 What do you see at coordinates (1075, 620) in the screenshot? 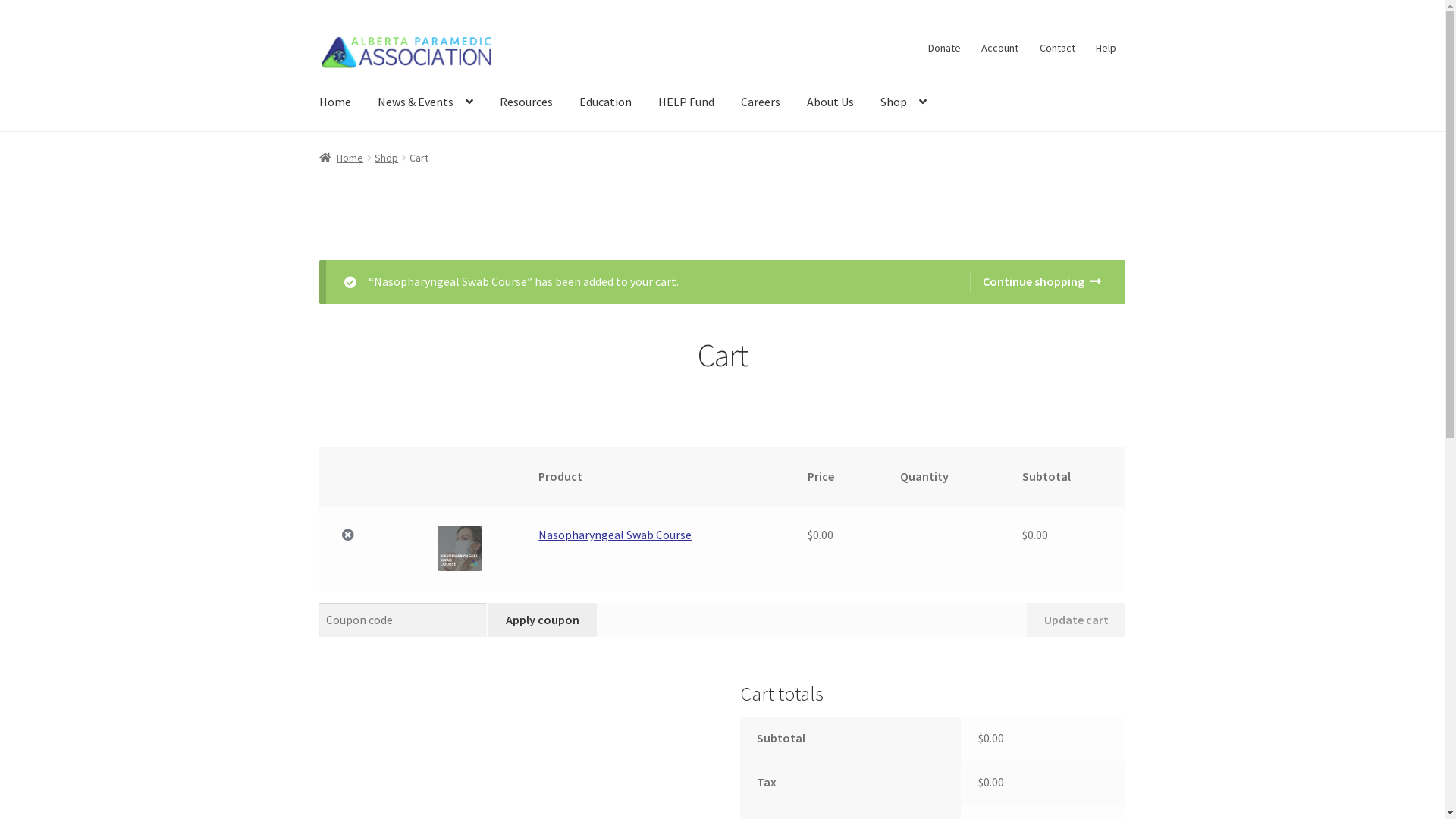
I see `'Update cart'` at bounding box center [1075, 620].